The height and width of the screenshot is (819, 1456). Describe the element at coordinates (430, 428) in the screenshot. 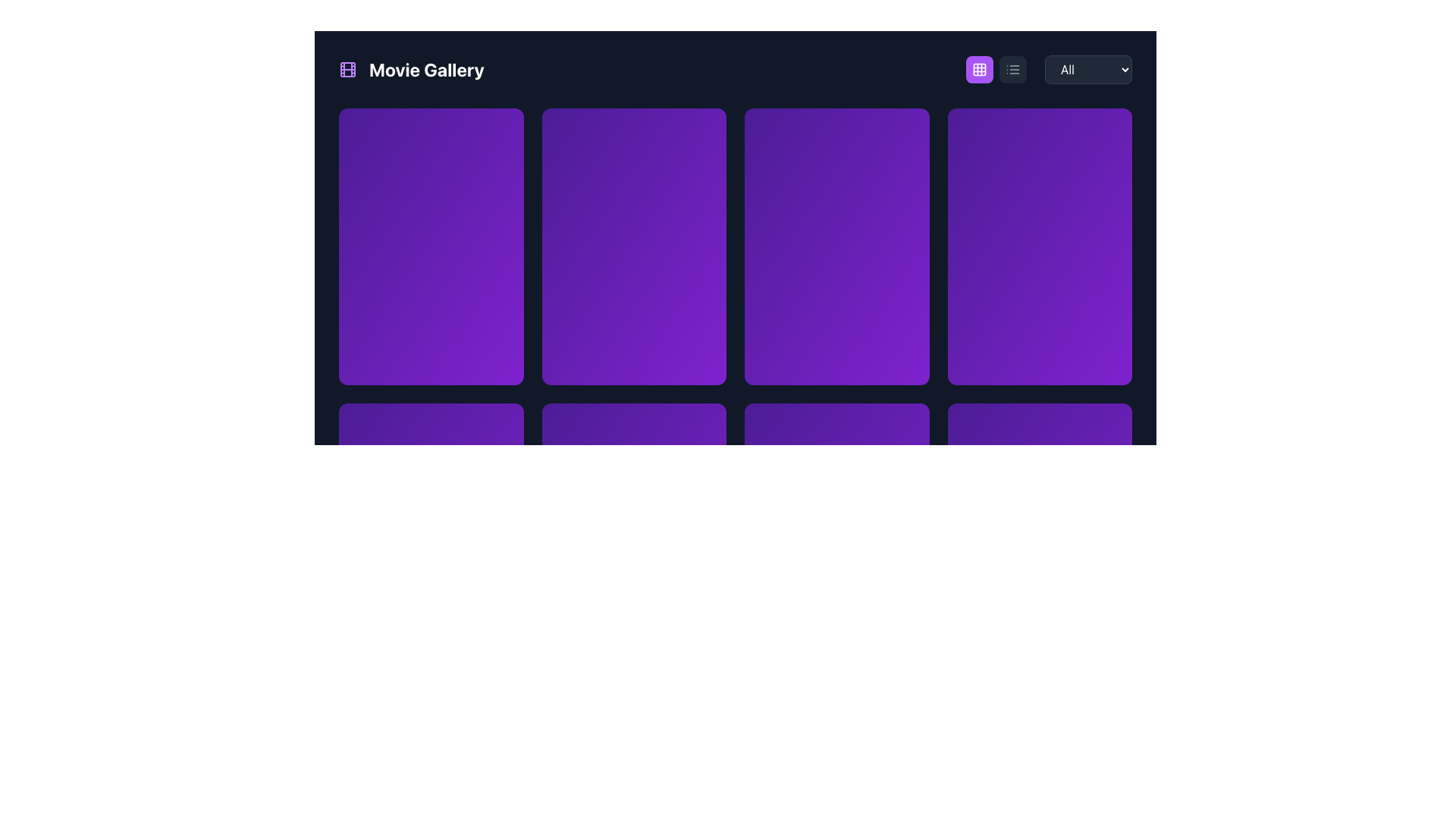

I see `the decorative indicator located at the bottom edge of the rectangular purple tile in the second row and first column of the grid layout` at that location.